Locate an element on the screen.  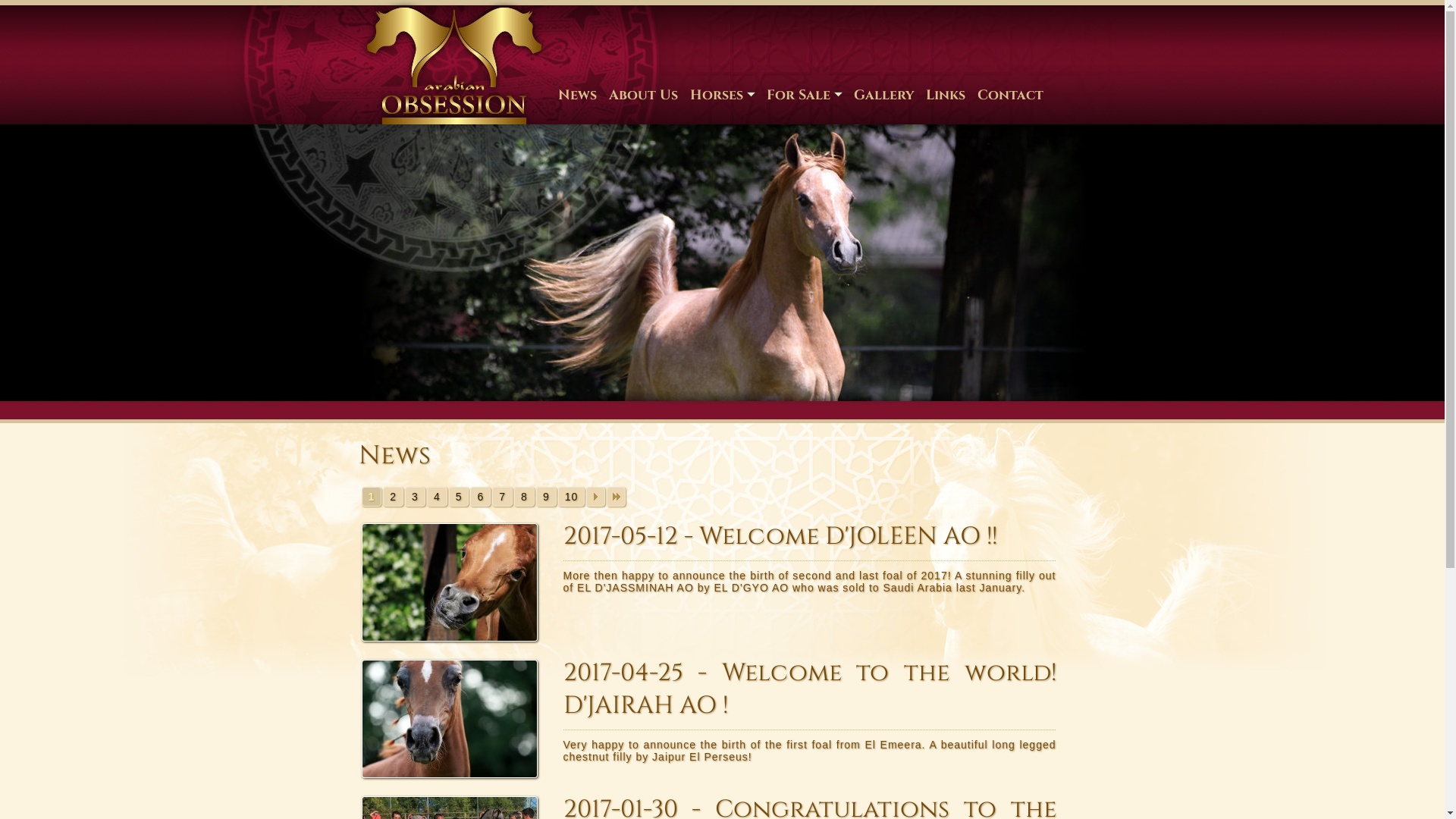
'last page' is located at coordinates (616, 497).